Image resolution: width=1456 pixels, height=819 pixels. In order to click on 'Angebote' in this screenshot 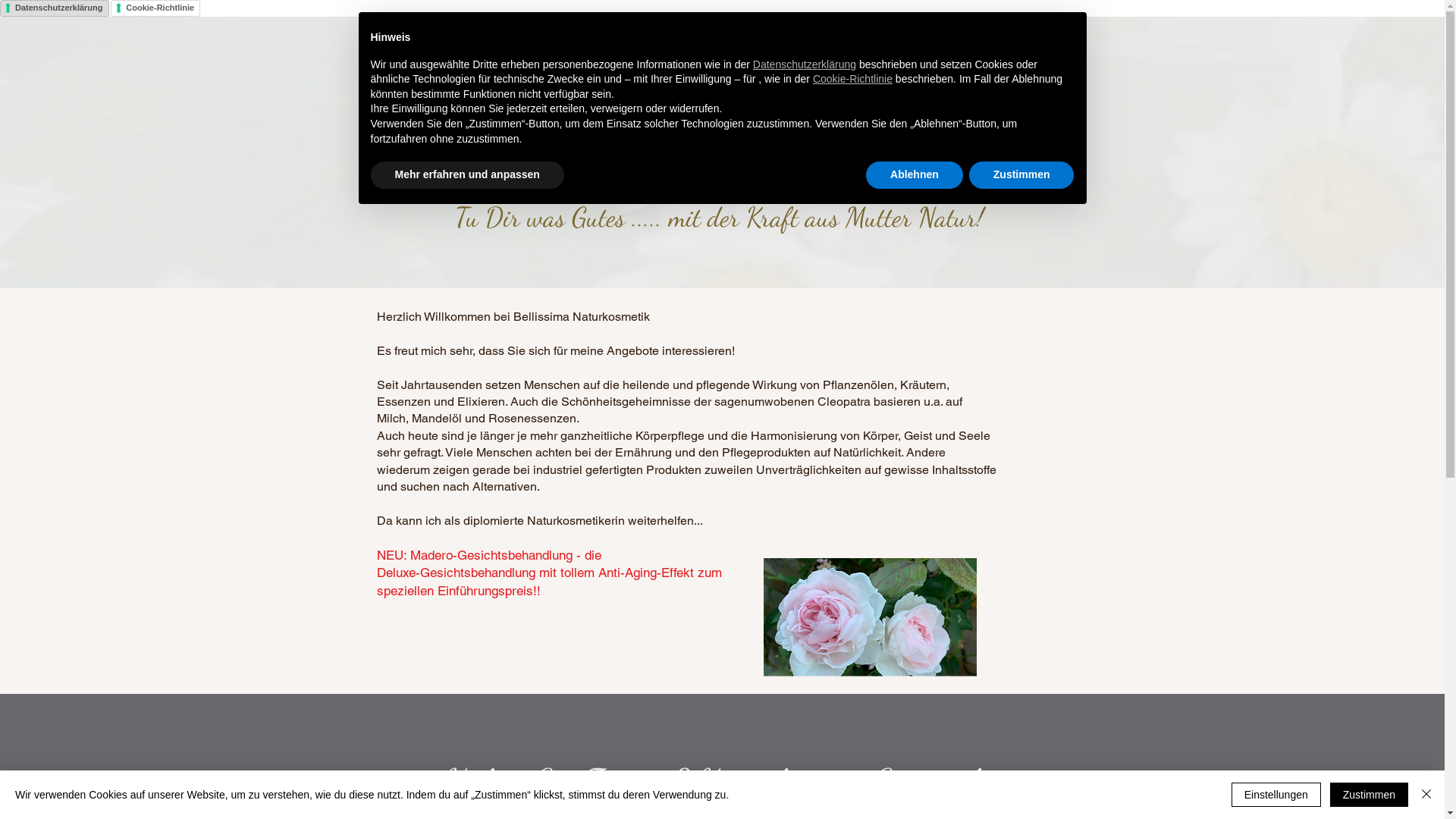, I will do `click(698, 54)`.